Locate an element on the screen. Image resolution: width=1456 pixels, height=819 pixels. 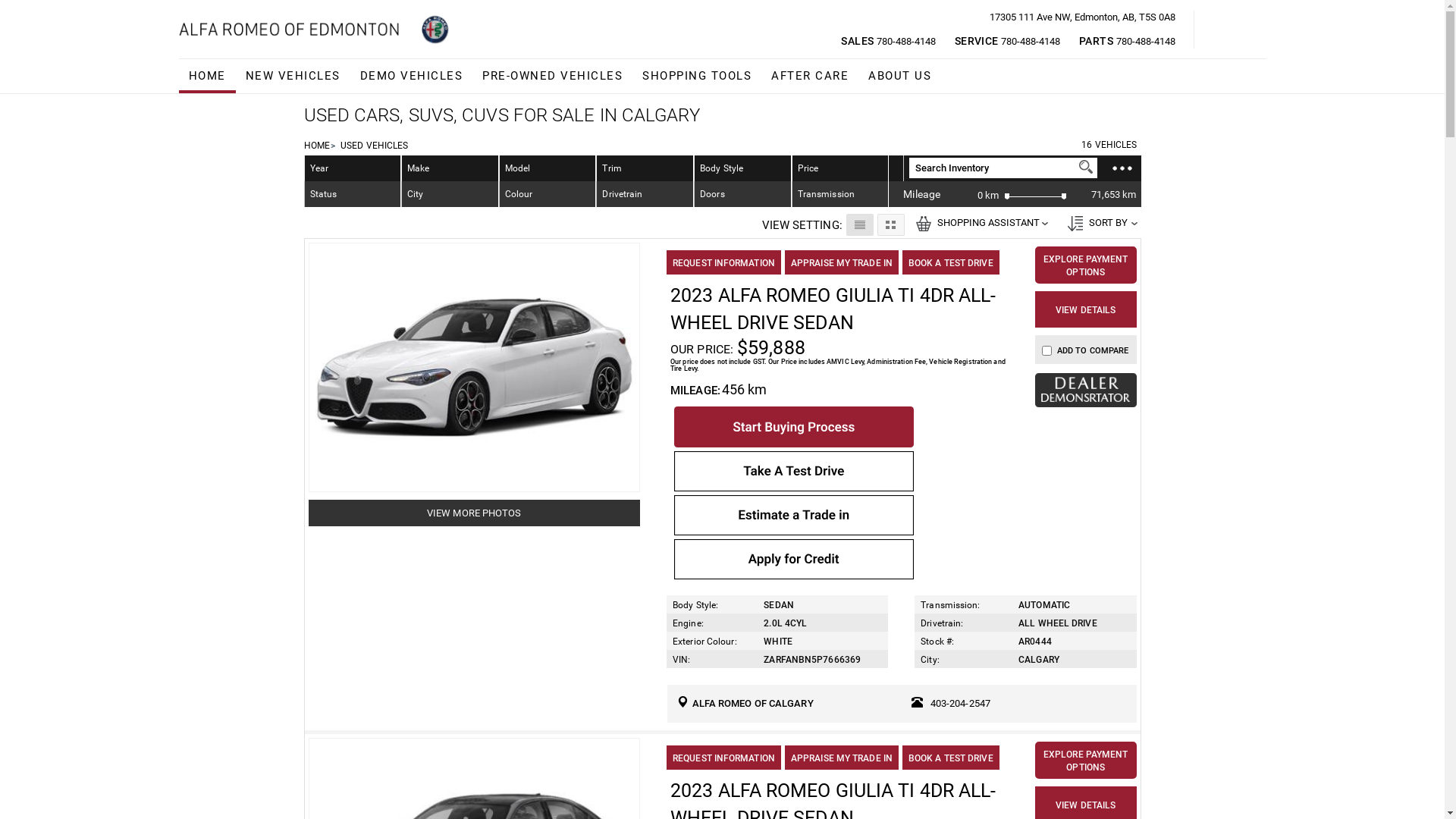
'SERVICE 780-488-4148' is located at coordinates (1007, 40).